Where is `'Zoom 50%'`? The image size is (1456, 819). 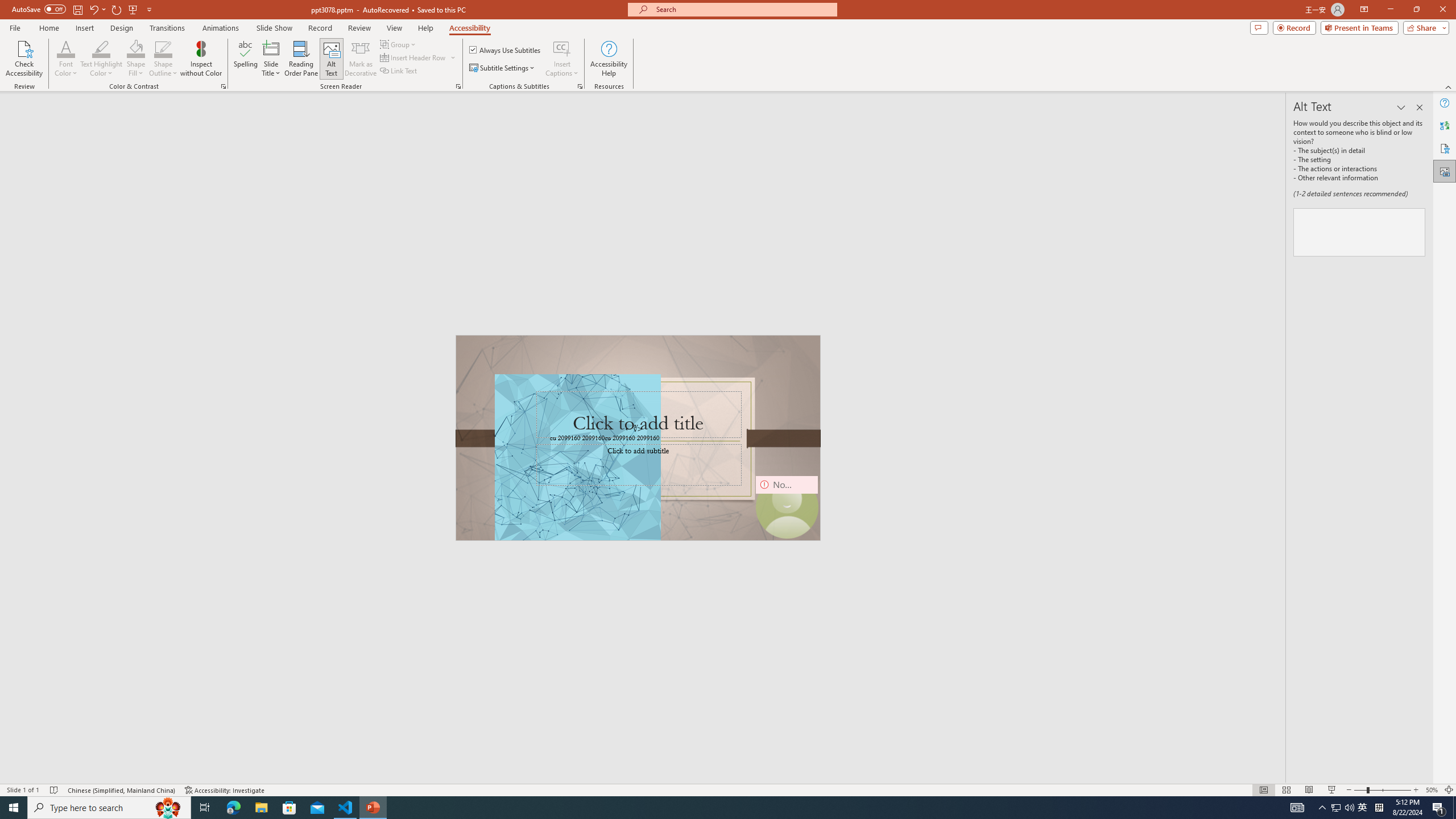
'Zoom 50%' is located at coordinates (1431, 790).